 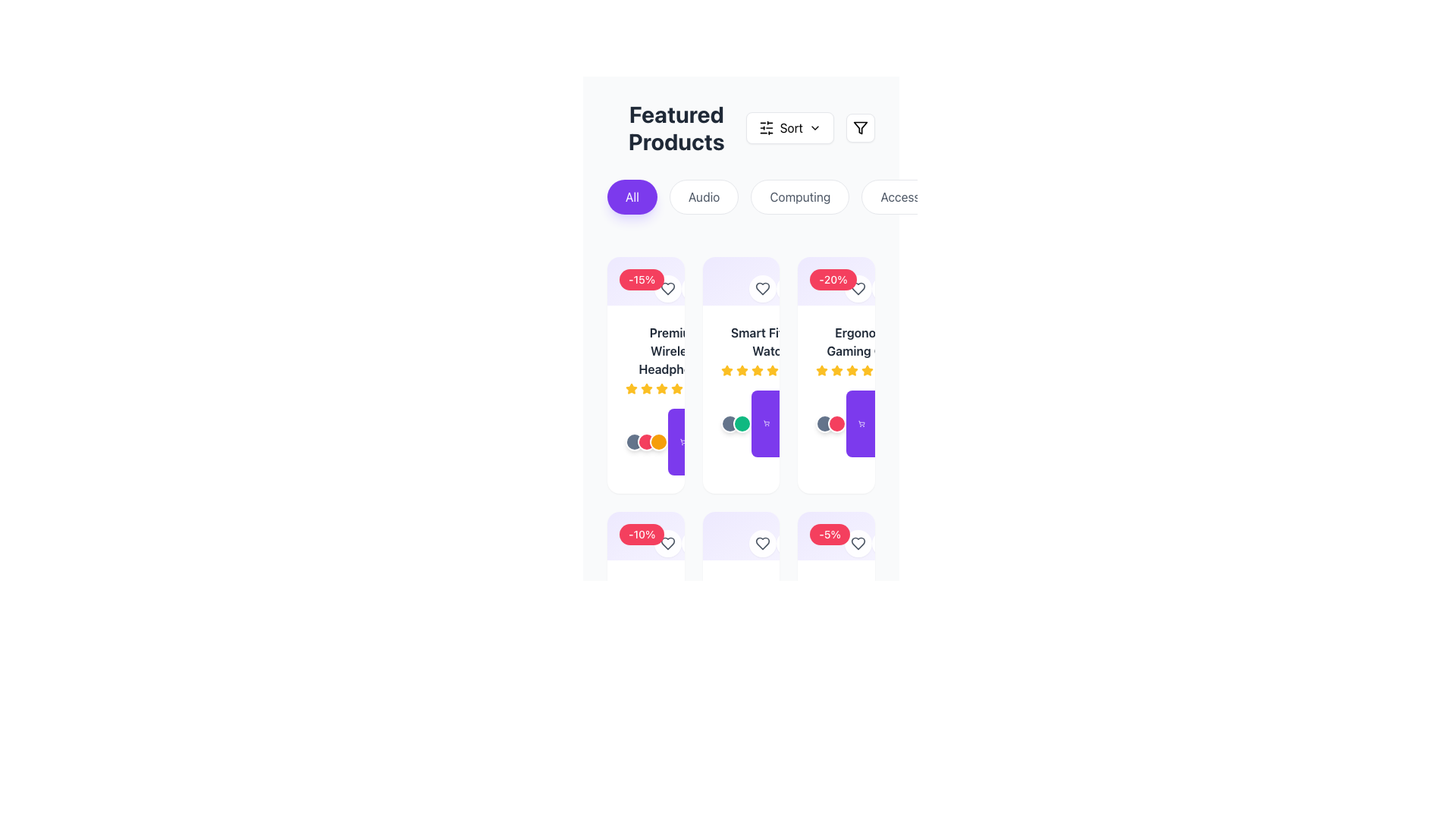 I want to click on the first circular icon with a slate gray background and white border located at the bottom of the 'Smart Fit Watch' product card, so click(x=824, y=424).